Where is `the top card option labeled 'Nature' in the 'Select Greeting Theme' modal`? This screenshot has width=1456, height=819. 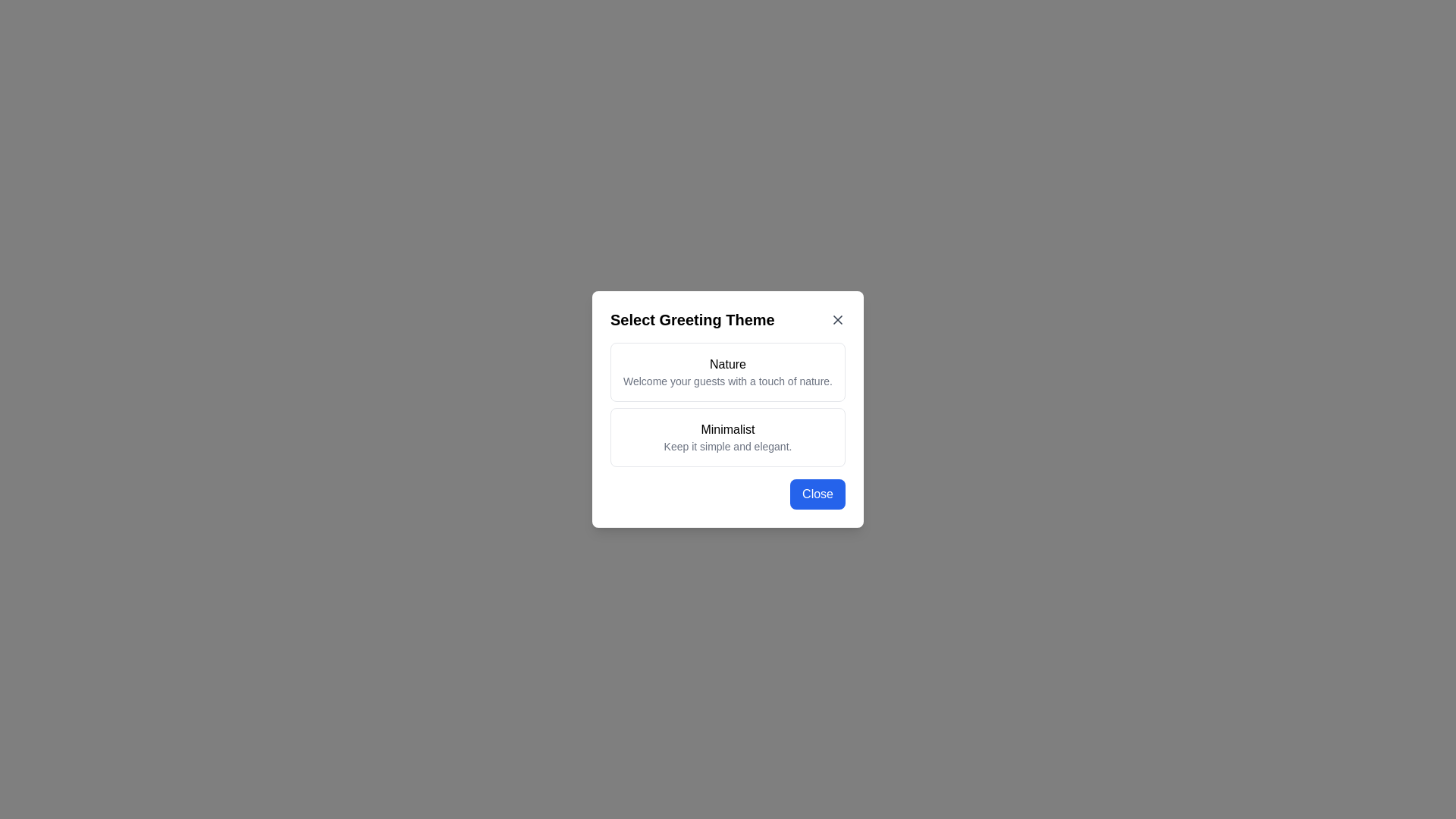 the top card option labeled 'Nature' in the 'Select Greeting Theme' modal is located at coordinates (728, 372).